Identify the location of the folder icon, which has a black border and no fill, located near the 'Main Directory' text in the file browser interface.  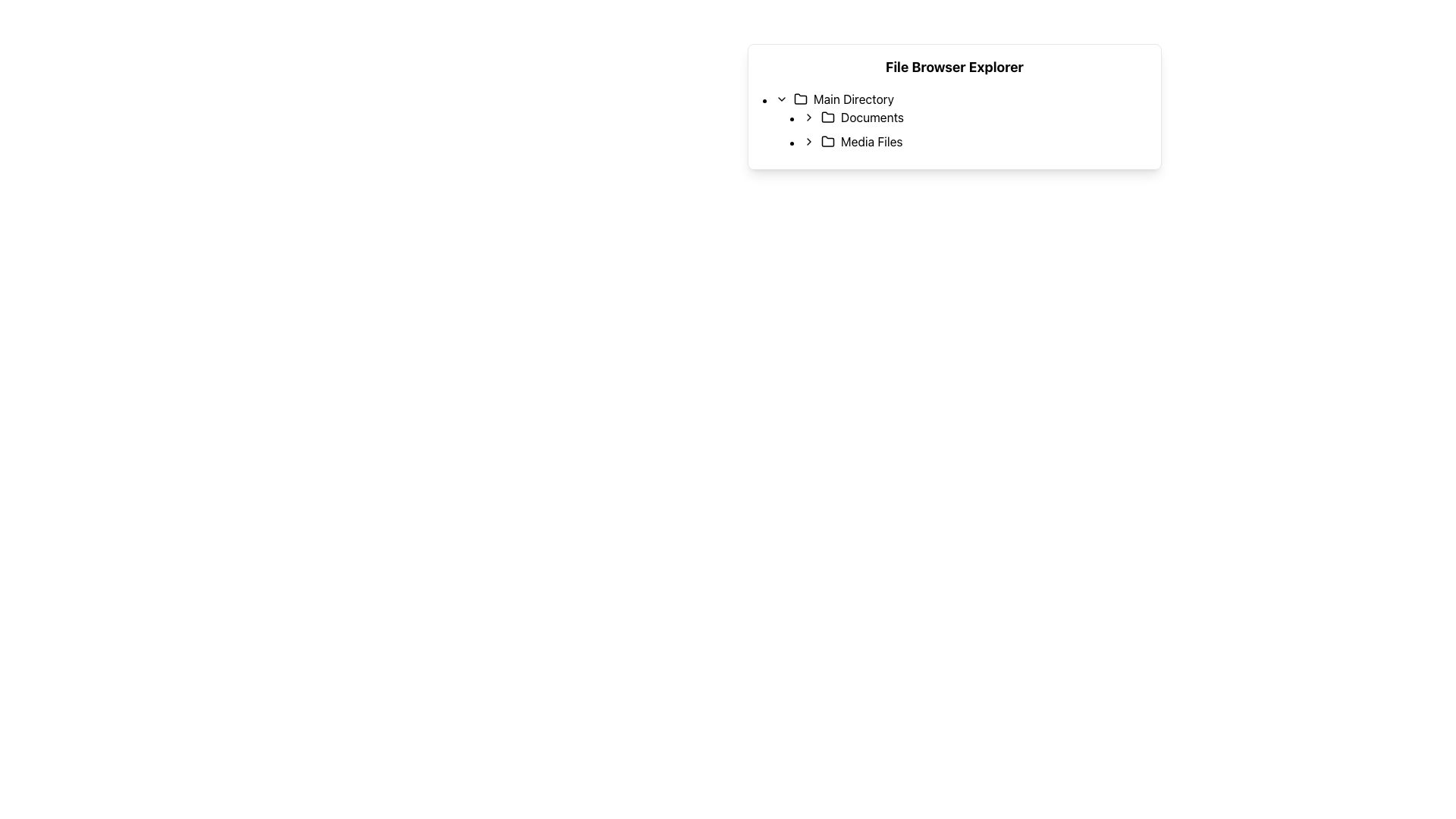
(800, 99).